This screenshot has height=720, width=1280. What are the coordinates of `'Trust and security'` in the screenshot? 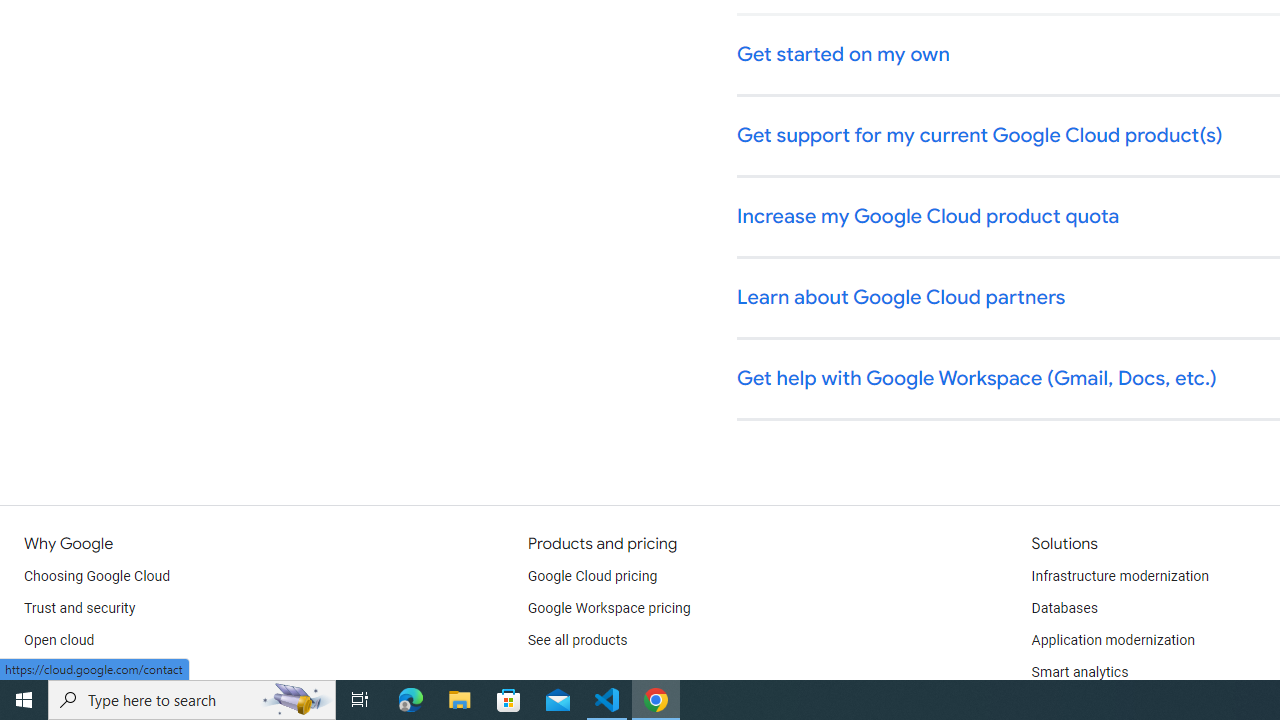 It's located at (80, 608).